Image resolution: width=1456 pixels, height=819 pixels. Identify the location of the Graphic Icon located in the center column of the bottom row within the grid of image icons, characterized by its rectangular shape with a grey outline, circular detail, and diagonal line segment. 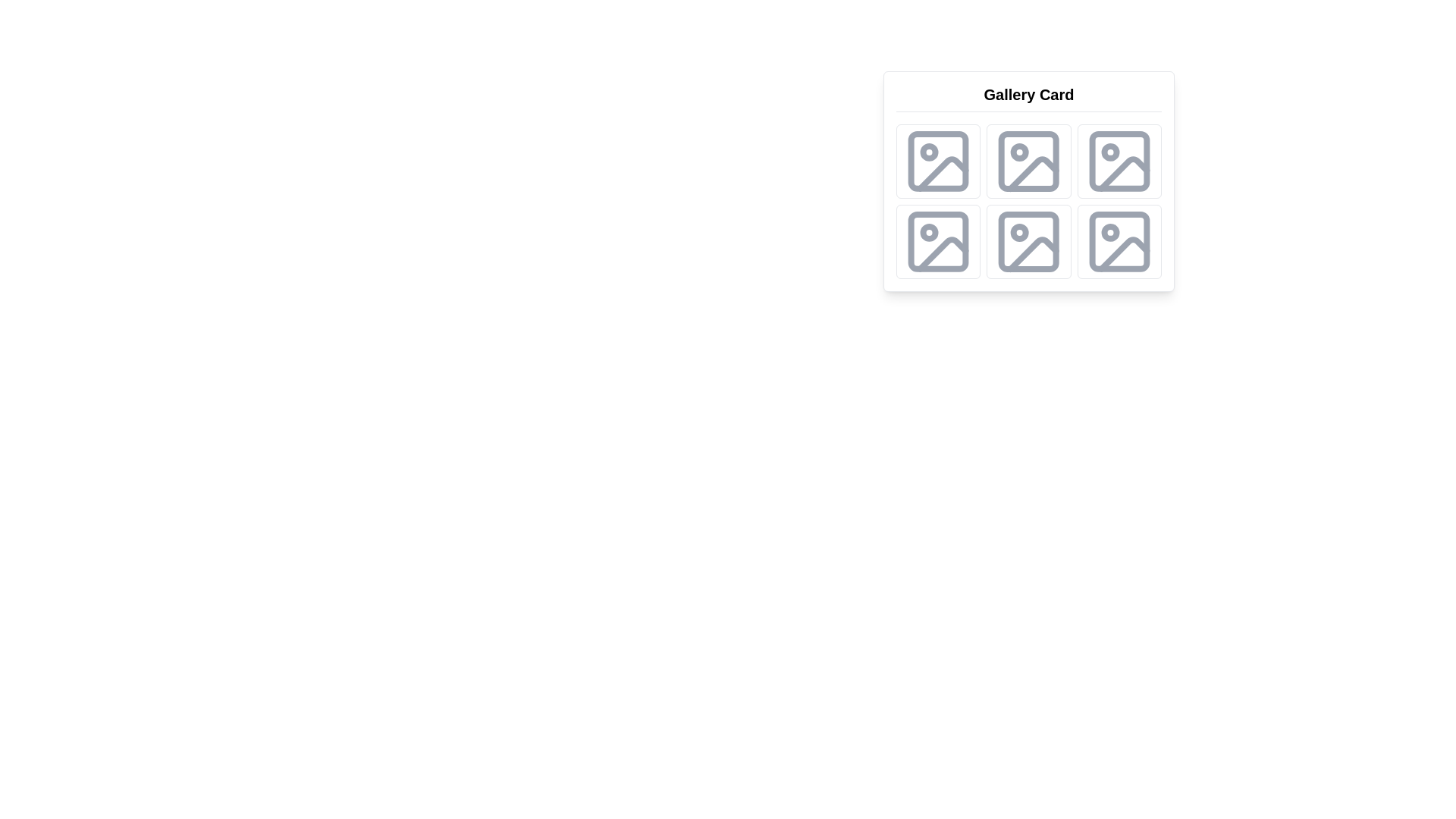
(1029, 241).